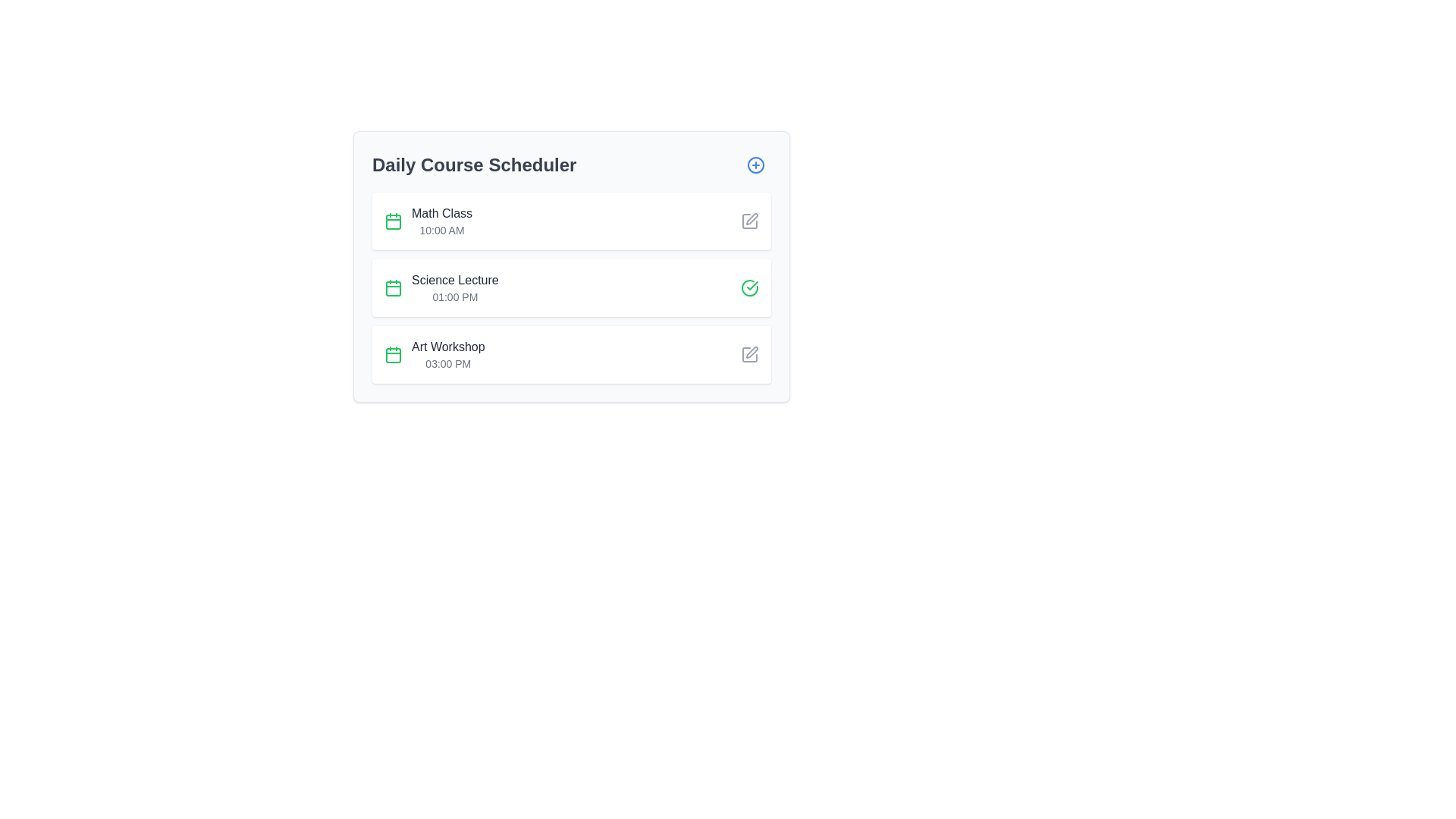 This screenshot has width=1456, height=819. I want to click on the event list item displaying 'Science Lecture' with a calendar icon, located within the 'Daily Course Scheduler', so click(441, 288).